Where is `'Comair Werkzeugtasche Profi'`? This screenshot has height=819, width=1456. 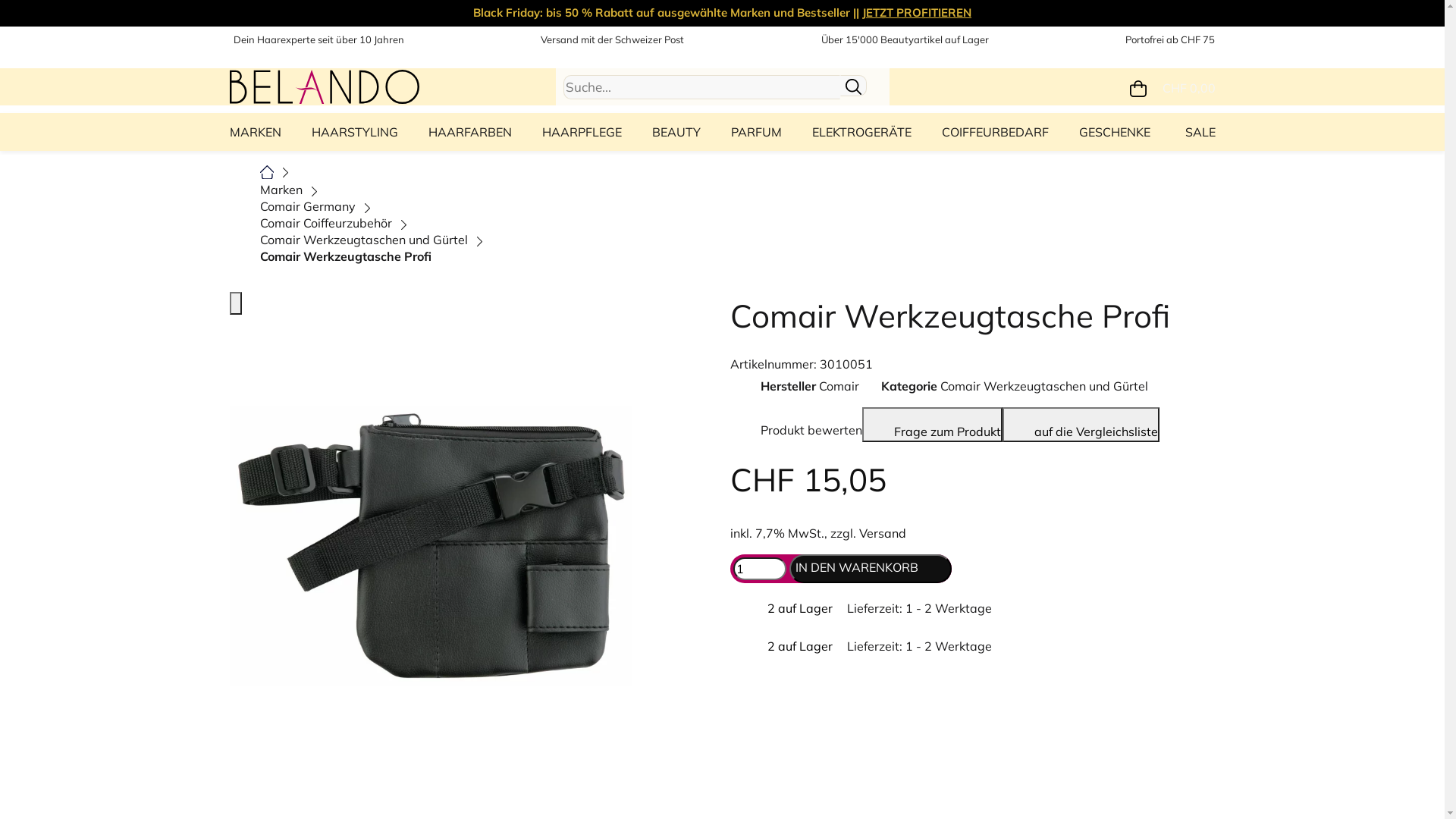 'Comair Werkzeugtasche Profi' is located at coordinates (259, 256).